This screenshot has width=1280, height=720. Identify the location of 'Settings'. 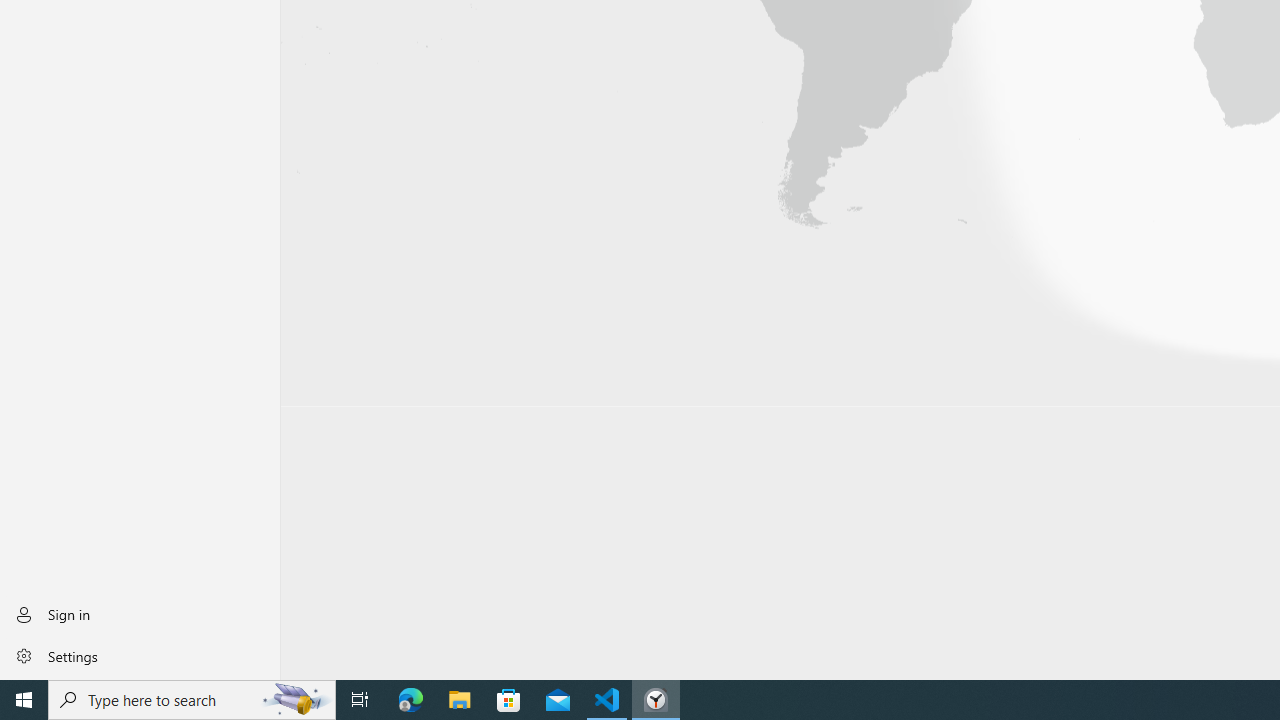
(139, 655).